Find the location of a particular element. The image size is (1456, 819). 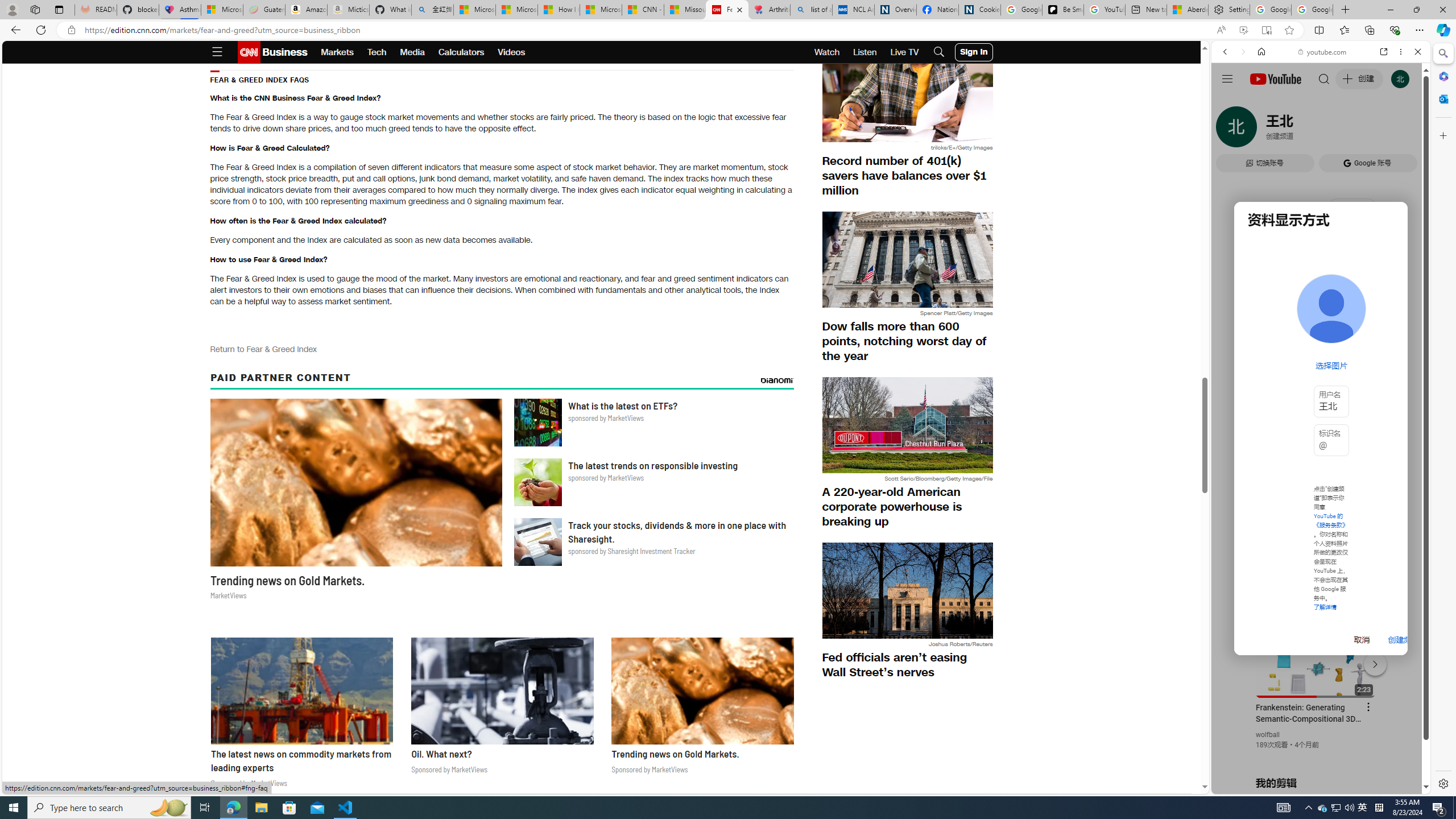

'Live TV' is located at coordinates (904, 52).